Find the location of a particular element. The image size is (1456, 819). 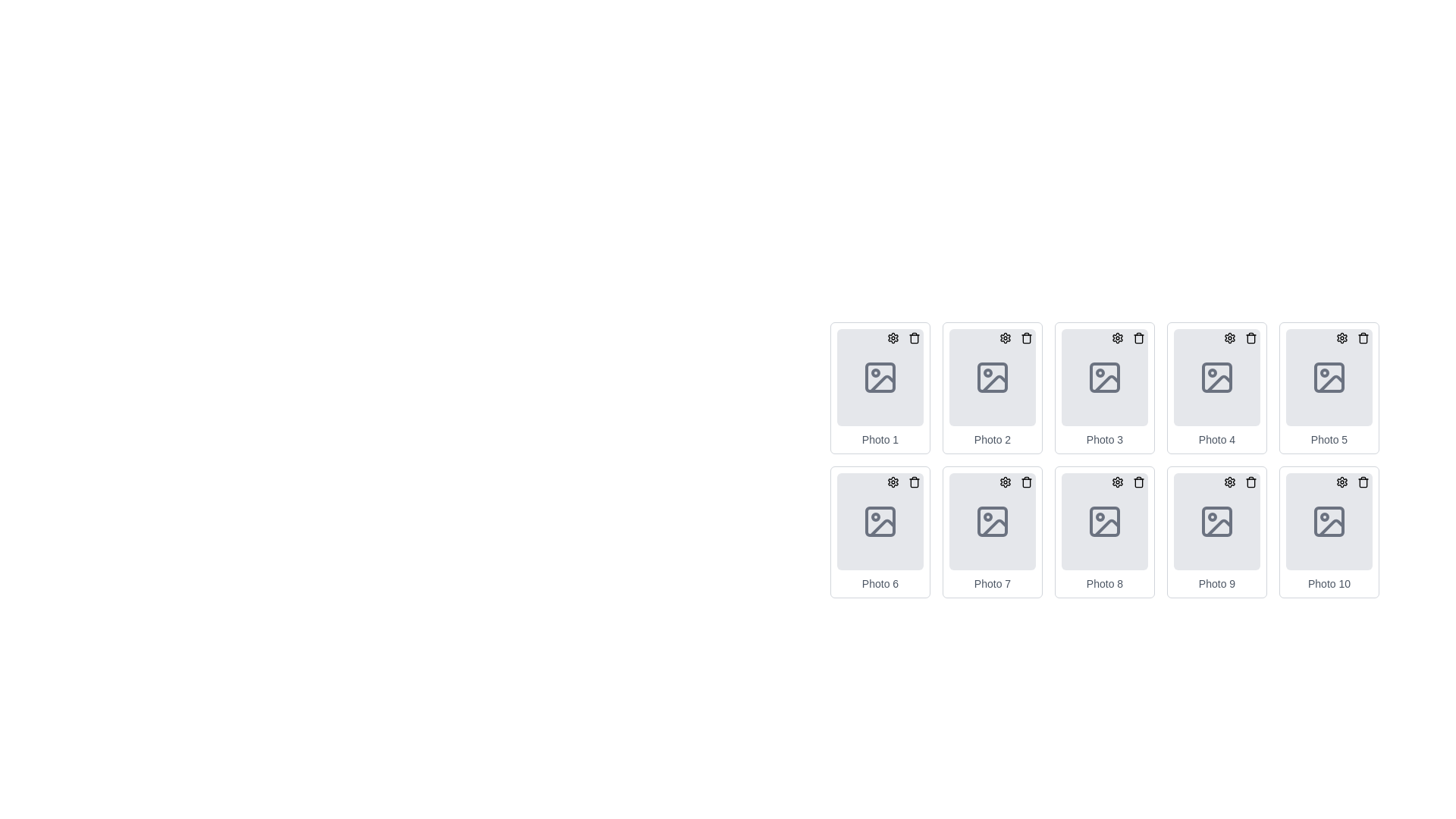

the delete button located at the top-right corner of the eighth photo box in the grid is located at coordinates (1139, 482).